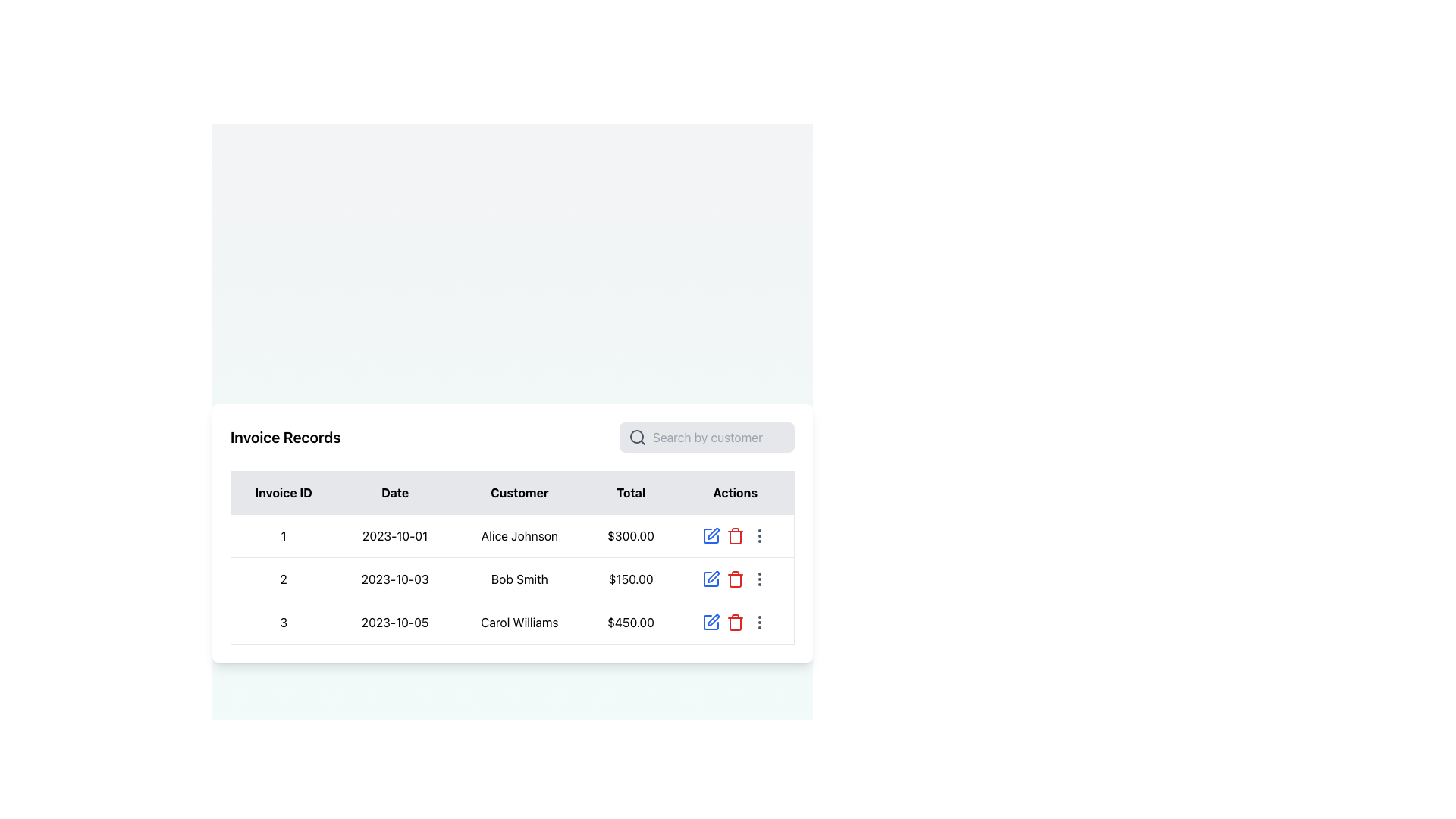 This screenshot has width=1456, height=819. What do you see at coordinates (735, 536) in the screenshot?
I see `the trash bin icon in the Actions column of the table for the record of Carol Williams` at bounding box center [735, 536].